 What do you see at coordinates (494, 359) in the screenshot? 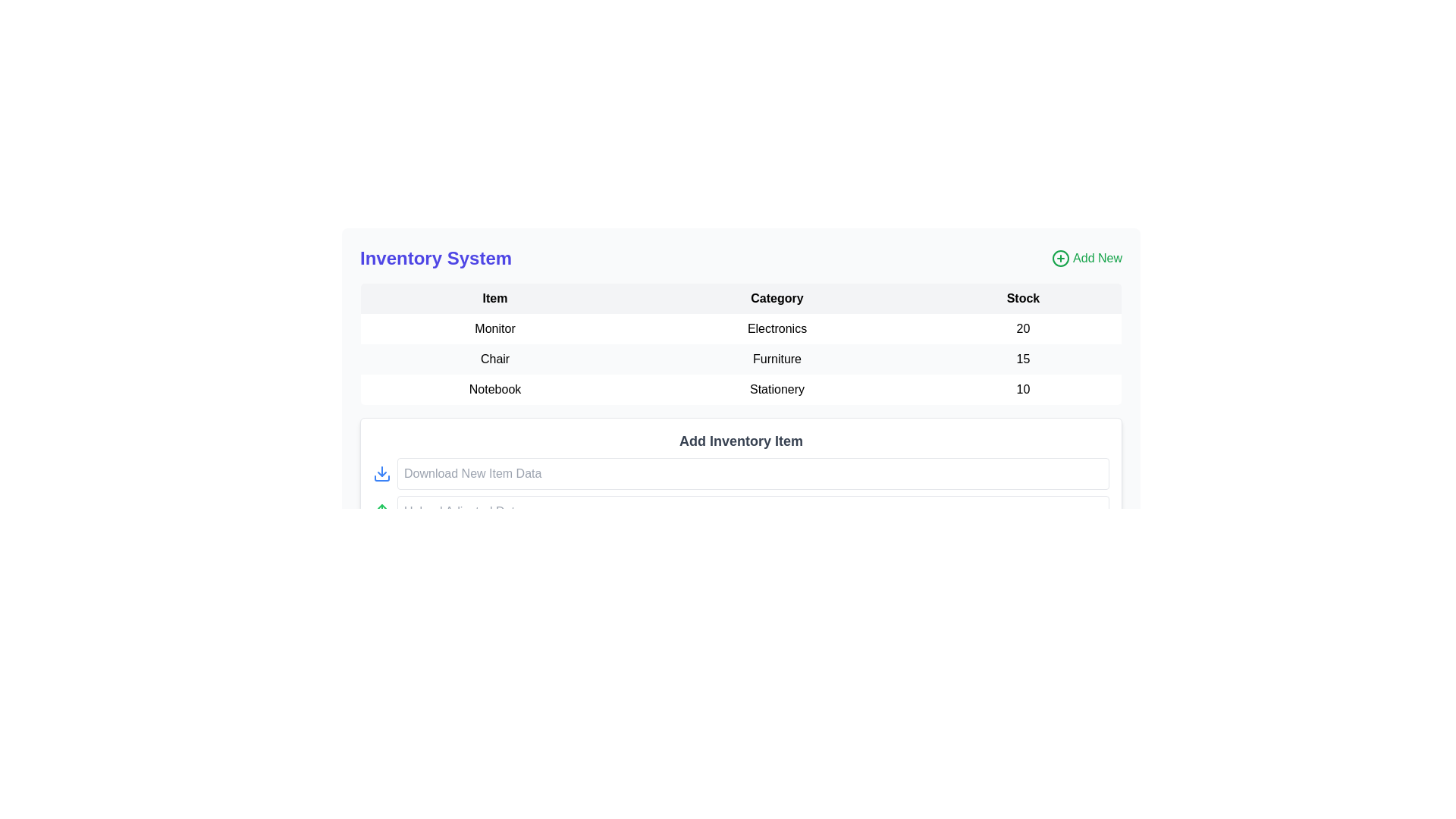
I see `the text label displaying 'Chair' in bold, black text, located in the second row of the 'Item' column of the table` at bounding box center [494, 359].